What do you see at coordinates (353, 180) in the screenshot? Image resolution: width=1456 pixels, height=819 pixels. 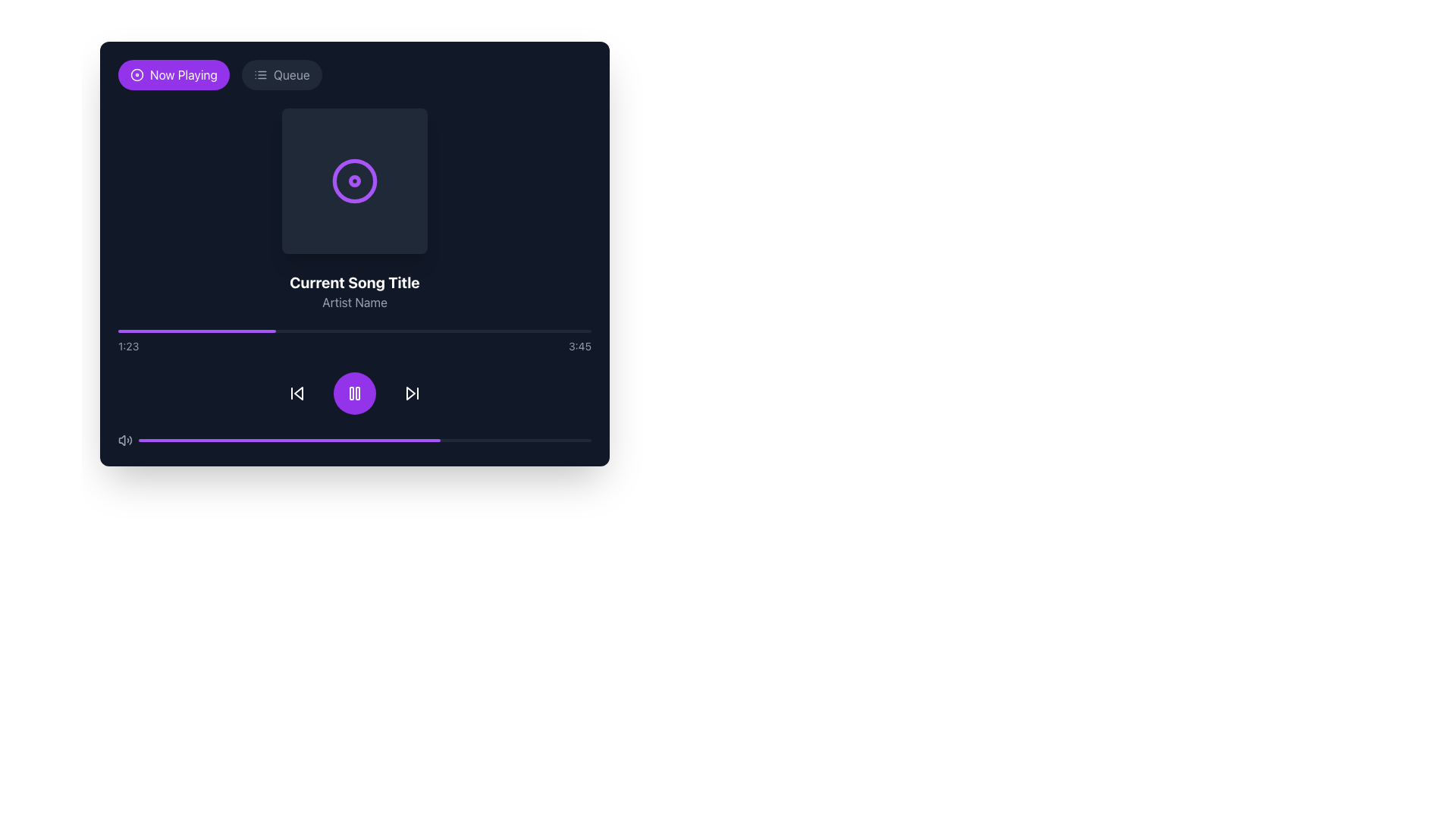 I see `the decorative circle element indicating activity or status, located at the top-center of the main interface` at bounding box center [353, 180].